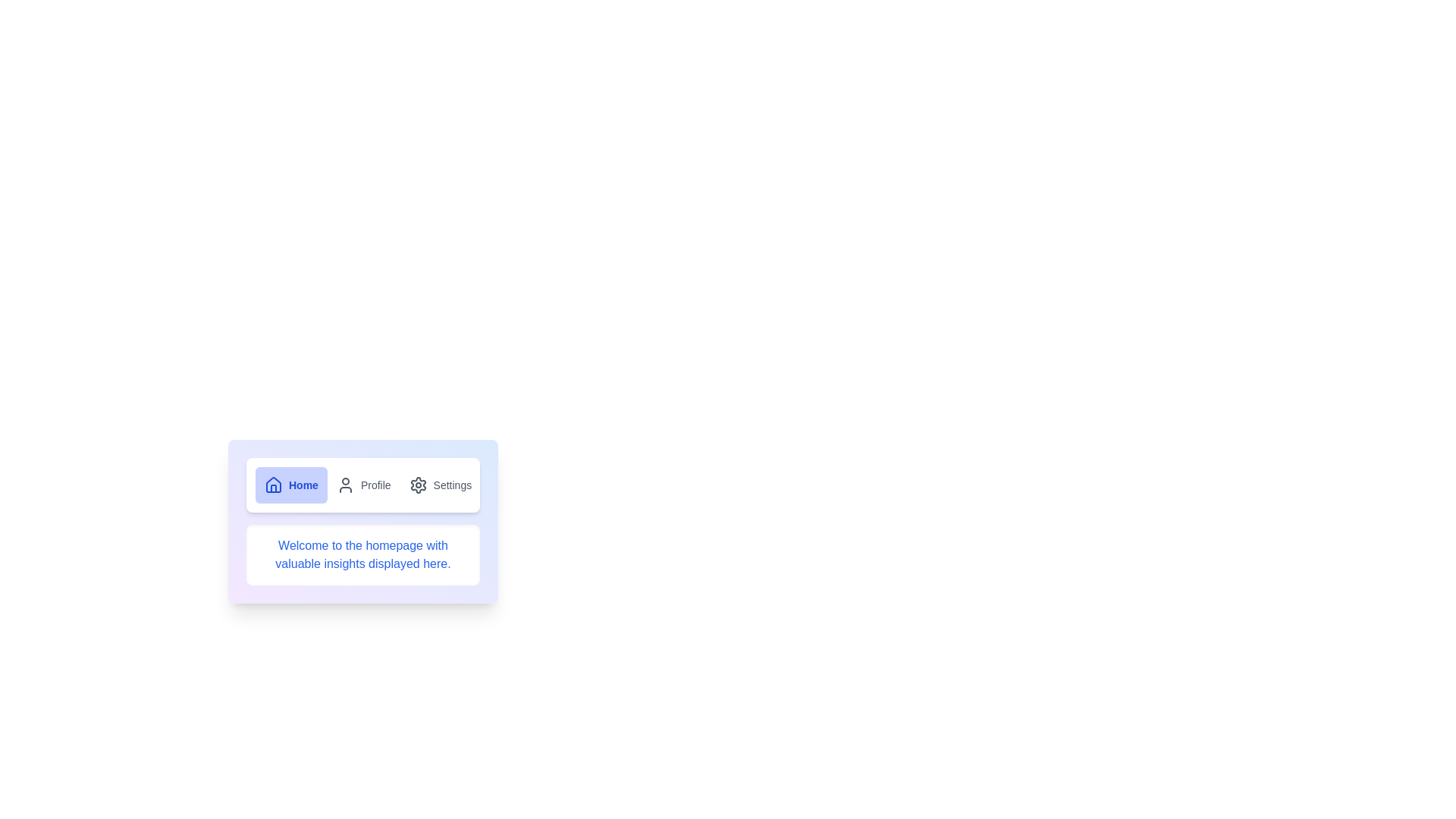 Image resolution: width=1456 pixels, height=819 pixels. What do you see at coordinates (418, 485) in the screenshot?
I see `the icon of the Settings tab` at bounding box center [418, 485].